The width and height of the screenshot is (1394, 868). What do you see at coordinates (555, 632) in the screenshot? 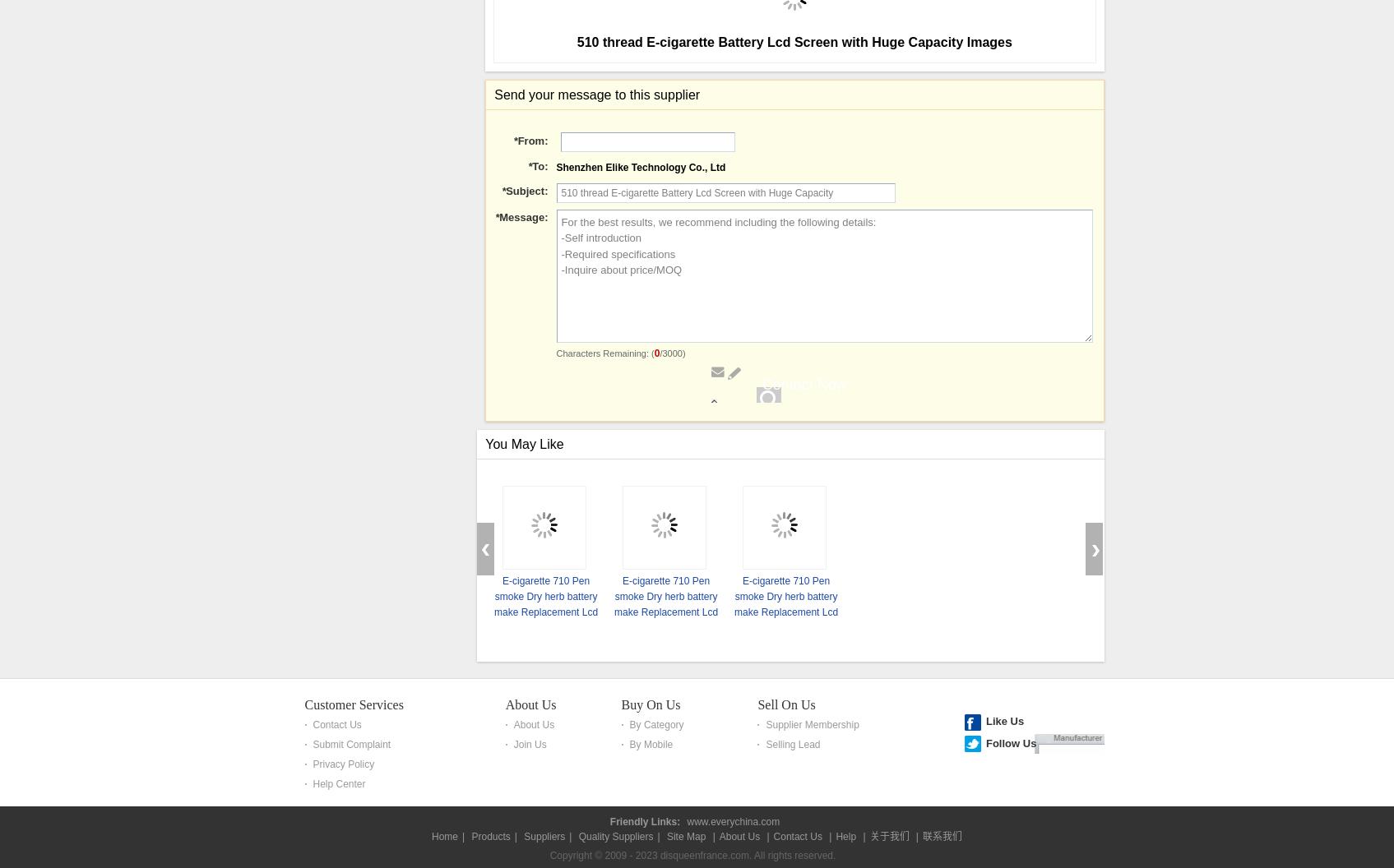
I see `'Shenzhen Elike Technology Co., Ltd'` at bounding box center [555, 632].